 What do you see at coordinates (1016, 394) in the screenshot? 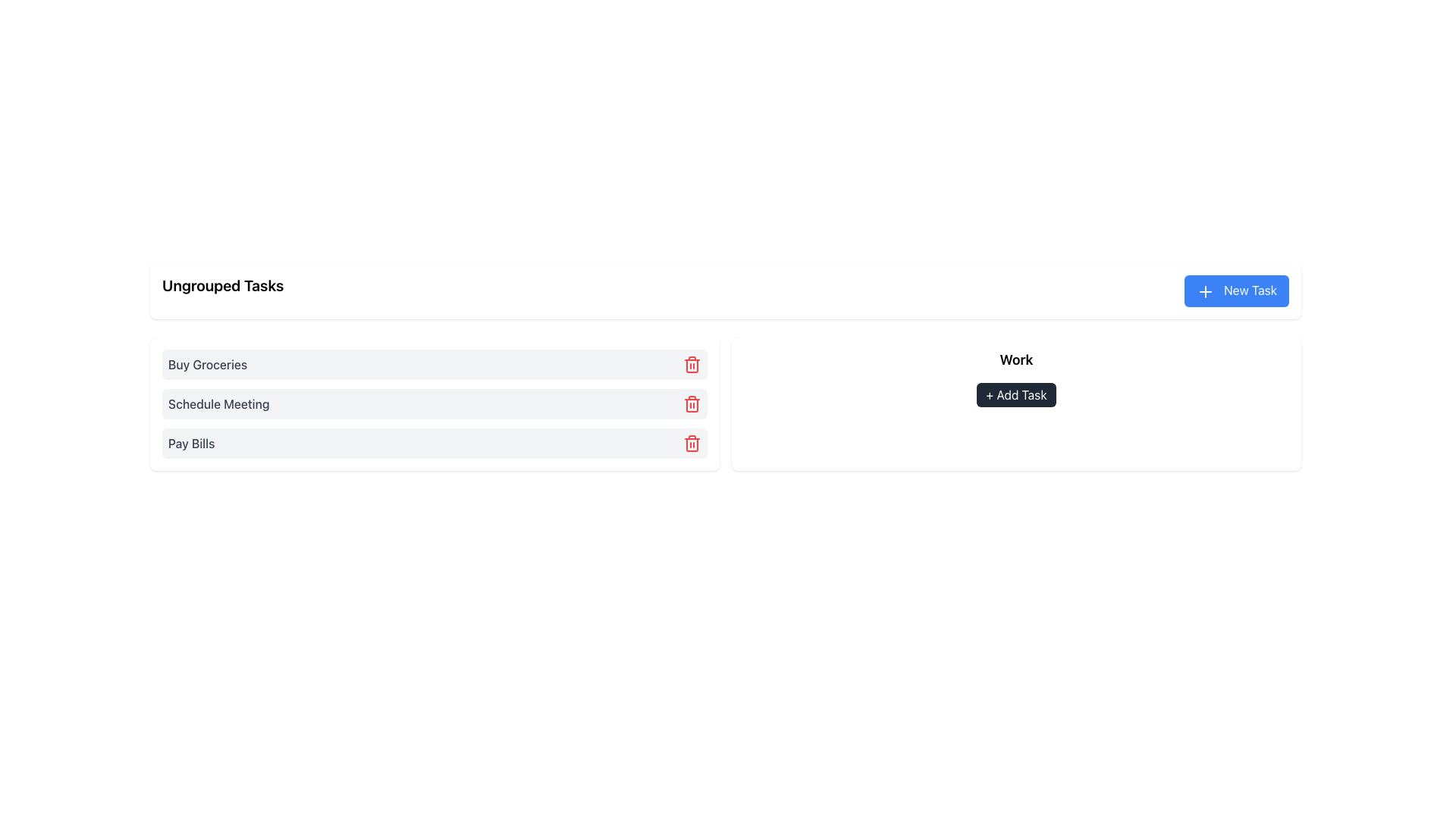
I see `the '+ Add Task' button with a dark gray background and white text` at bounding box center [1016, 394].